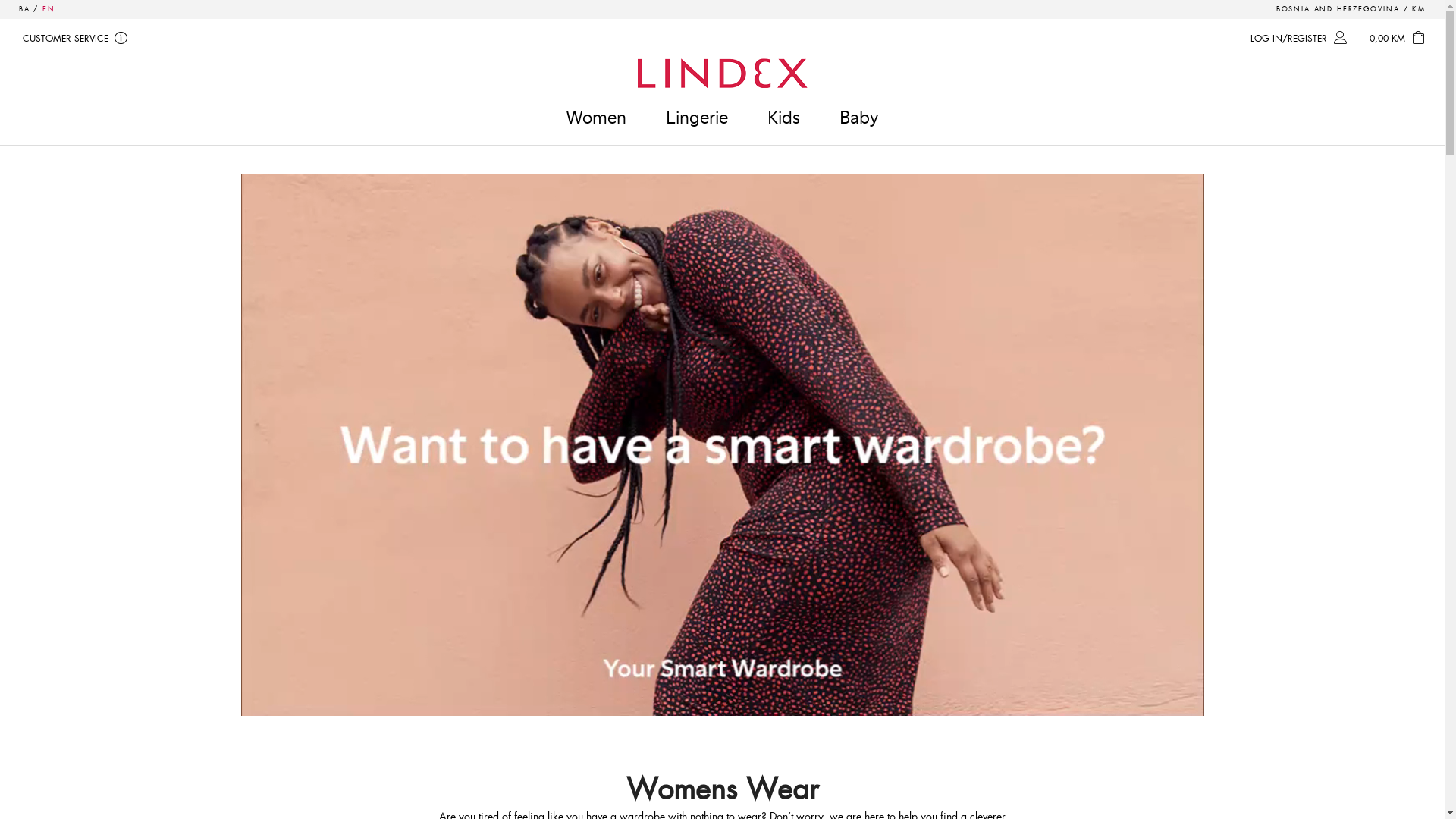 This screenshot has width=1456, height=819. Describe the element at coordinates (595, 116) in the screenshot. I see `'Women'` at that location.